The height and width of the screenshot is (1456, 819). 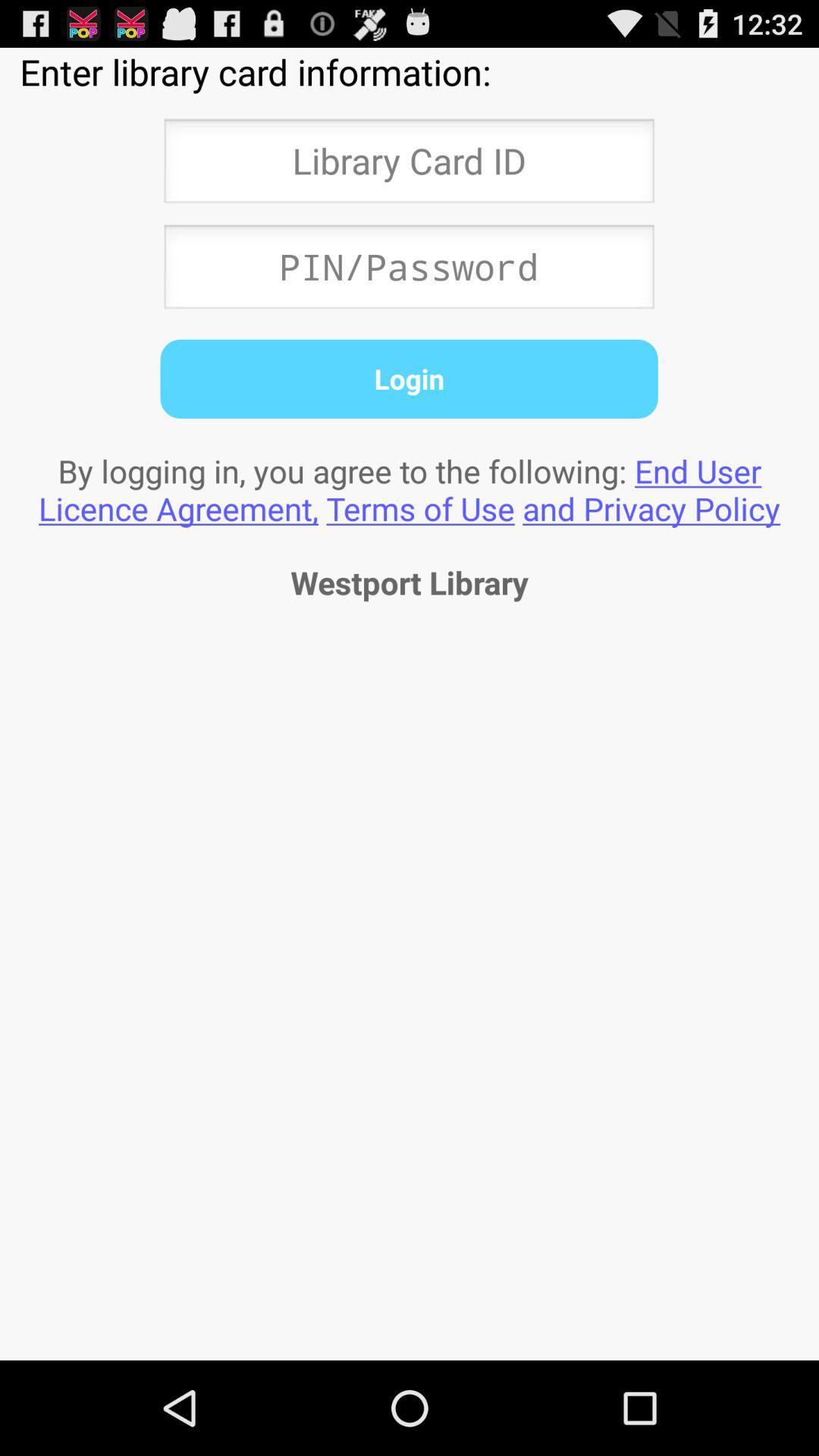 I want to click on by logging in app, so click(x=409, y=489).